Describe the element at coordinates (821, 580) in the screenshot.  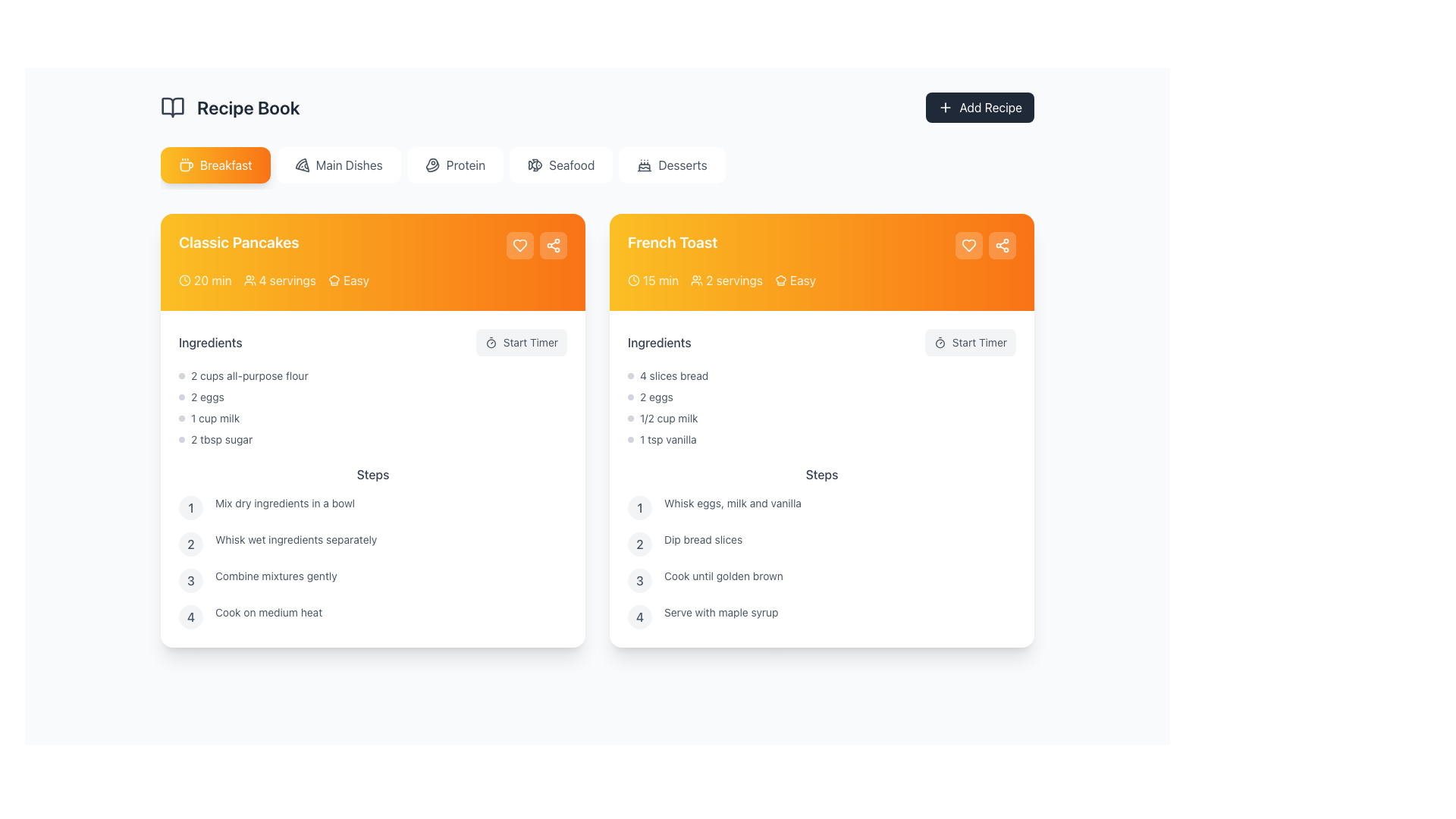
I see `the third step in the recipe preparation instructions for 'French Toast' which instructs to 'Cook until golden brown'` at that location.